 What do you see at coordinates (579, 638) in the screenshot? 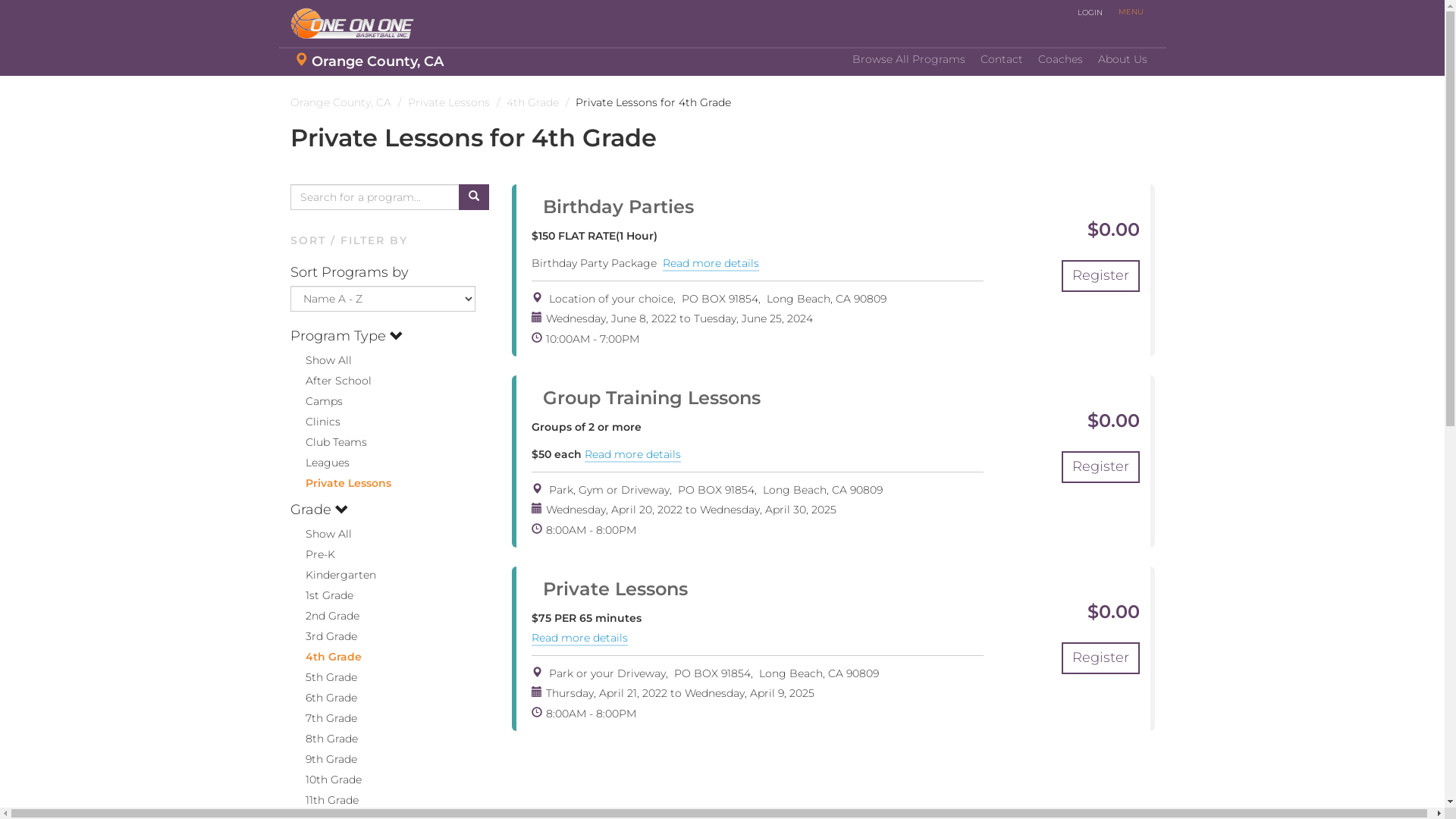
I see `'Read more details` at bounding box center [579, 638].